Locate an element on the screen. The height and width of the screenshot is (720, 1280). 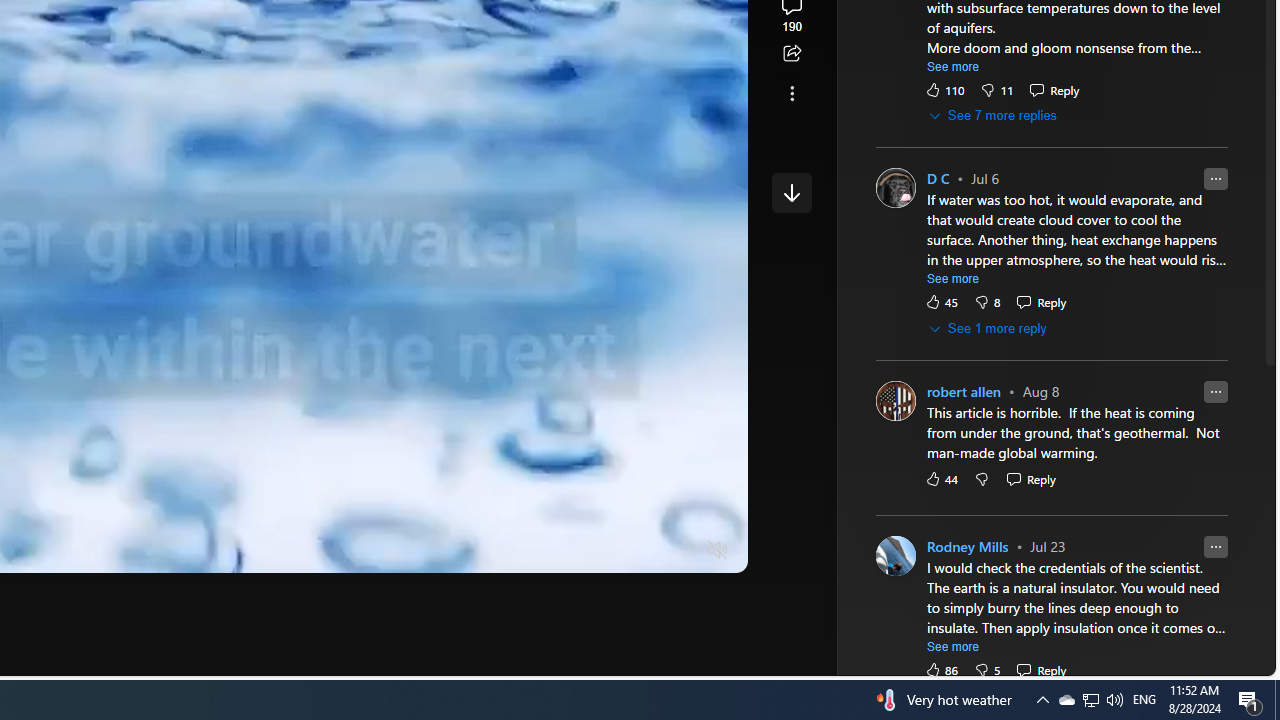
'44 Like' is located at coordinates (940, 479).